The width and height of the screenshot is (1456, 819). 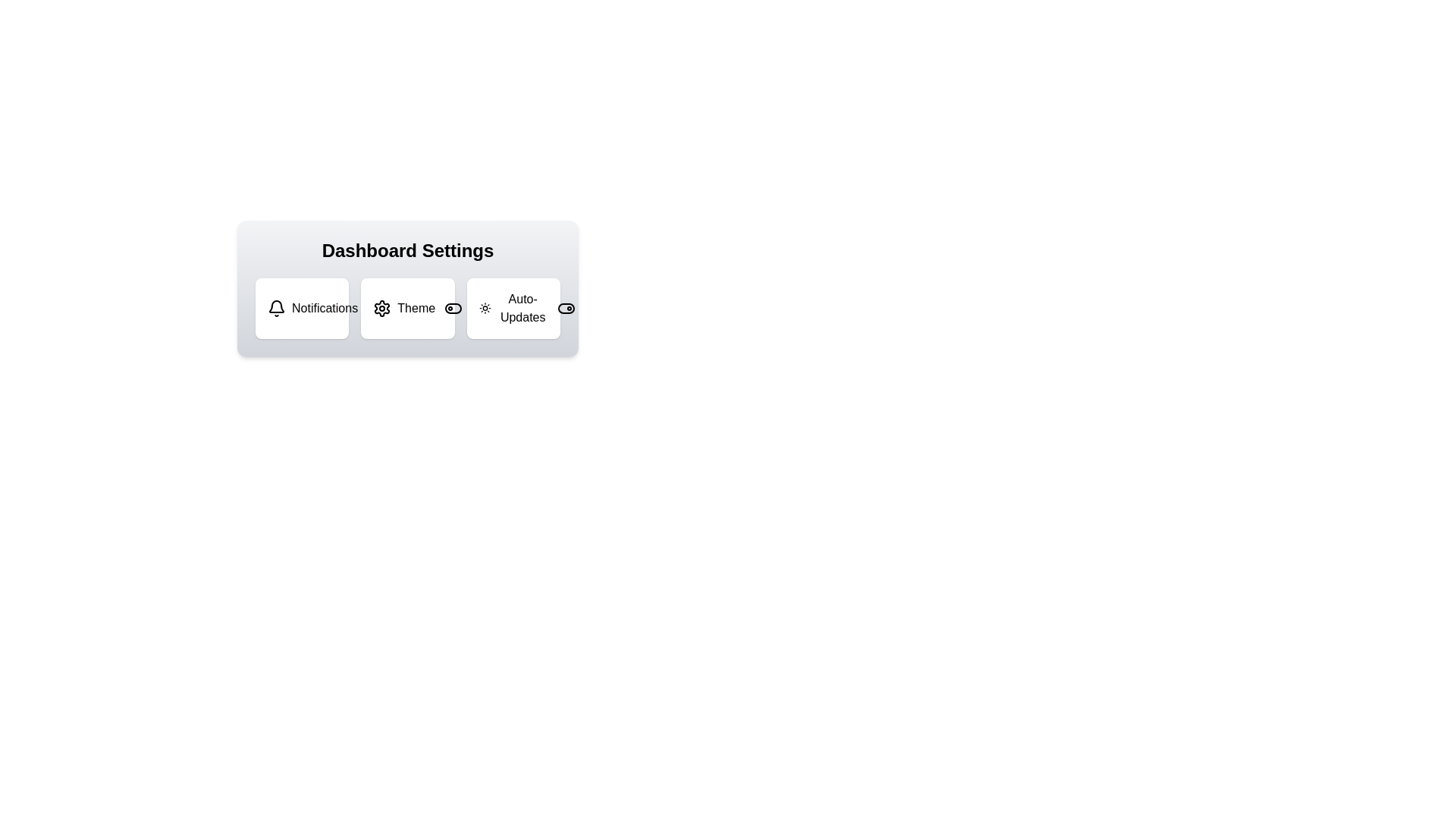 I want to click on the icon associated with Auto-Updates, so click(x=483, y=308).